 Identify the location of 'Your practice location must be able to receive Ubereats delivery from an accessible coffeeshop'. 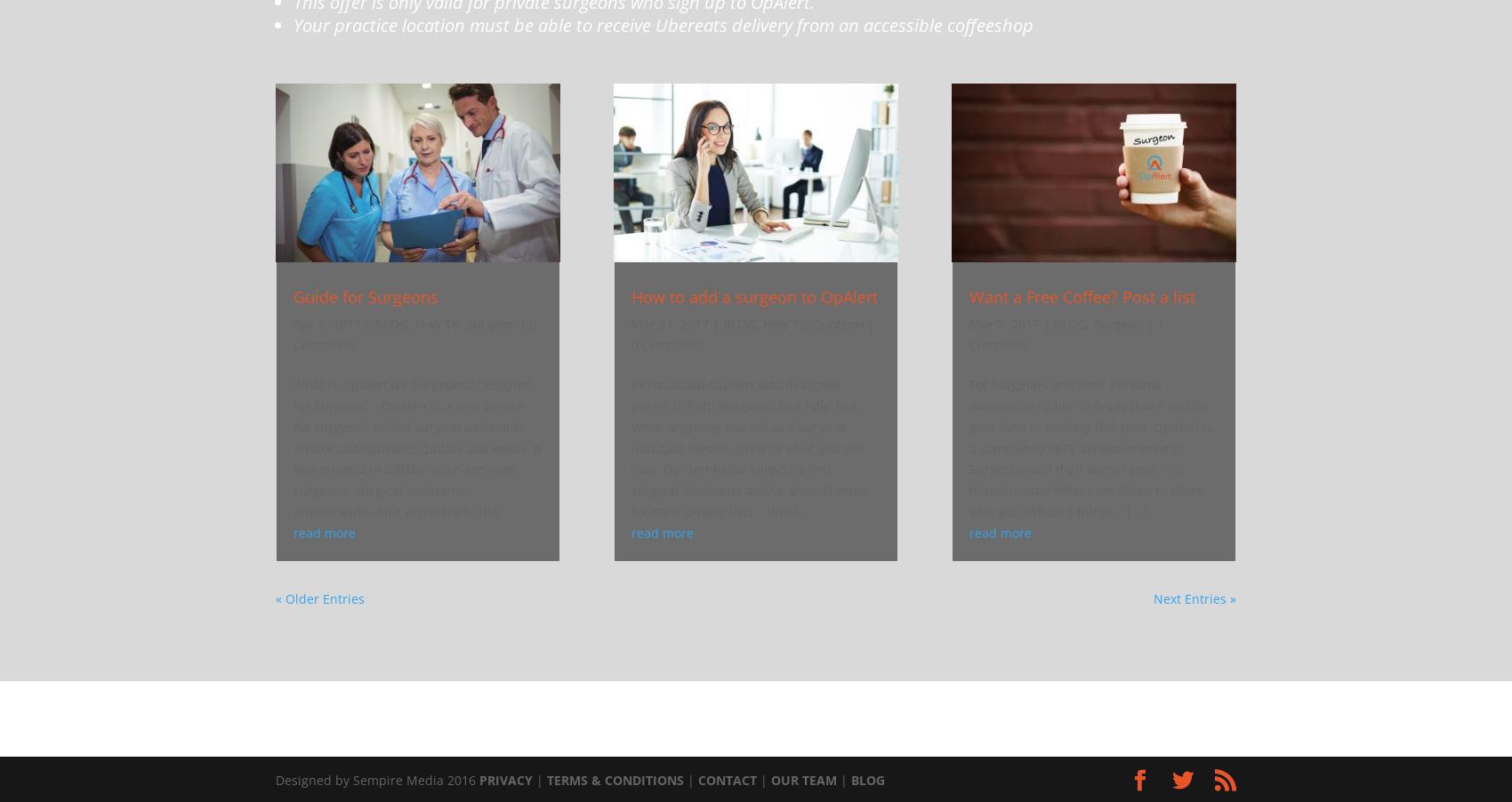
(292, 23).